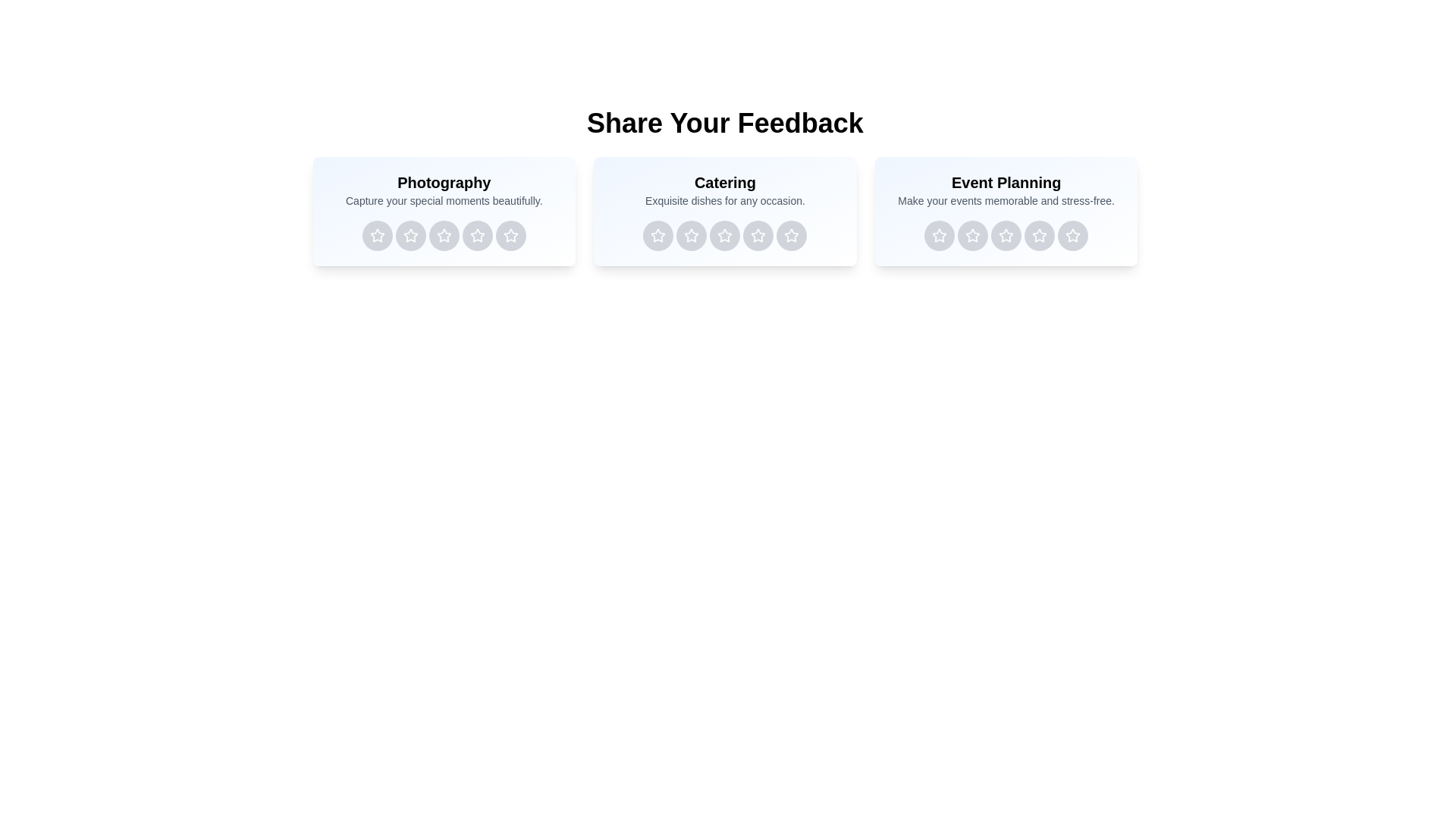 The height and width of the screenshot is (819, 1456). I want to click on the rating button for Catering service with 4 stars, so click(758, 236).